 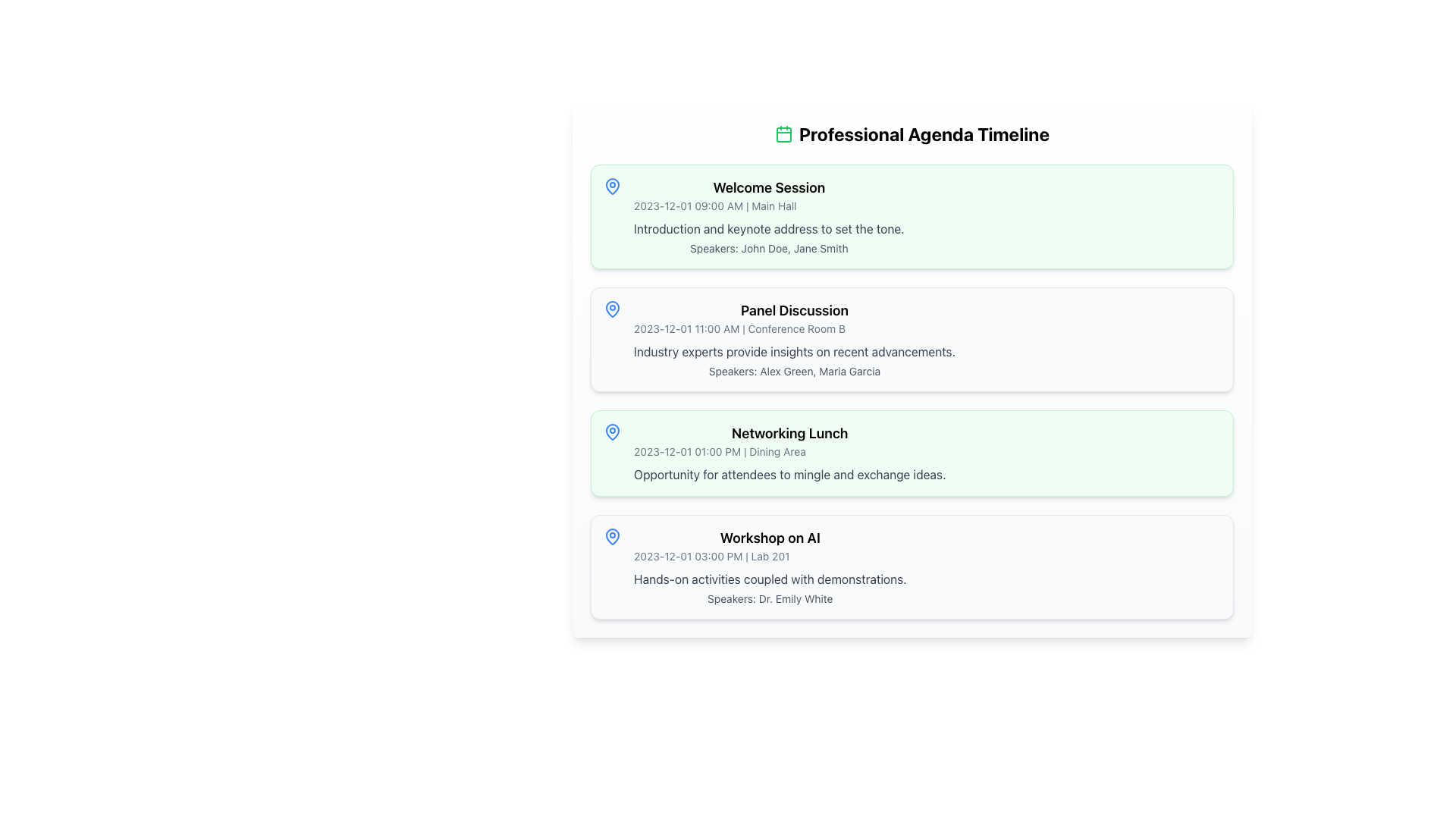 What do you see at coordinates (793, 309) in the screenshot?
I see `the bold, black text element displaying the title 'Panel Discussion' which is prominently styled as a header in the middle of the app interface` at bounding box center [793, 309].